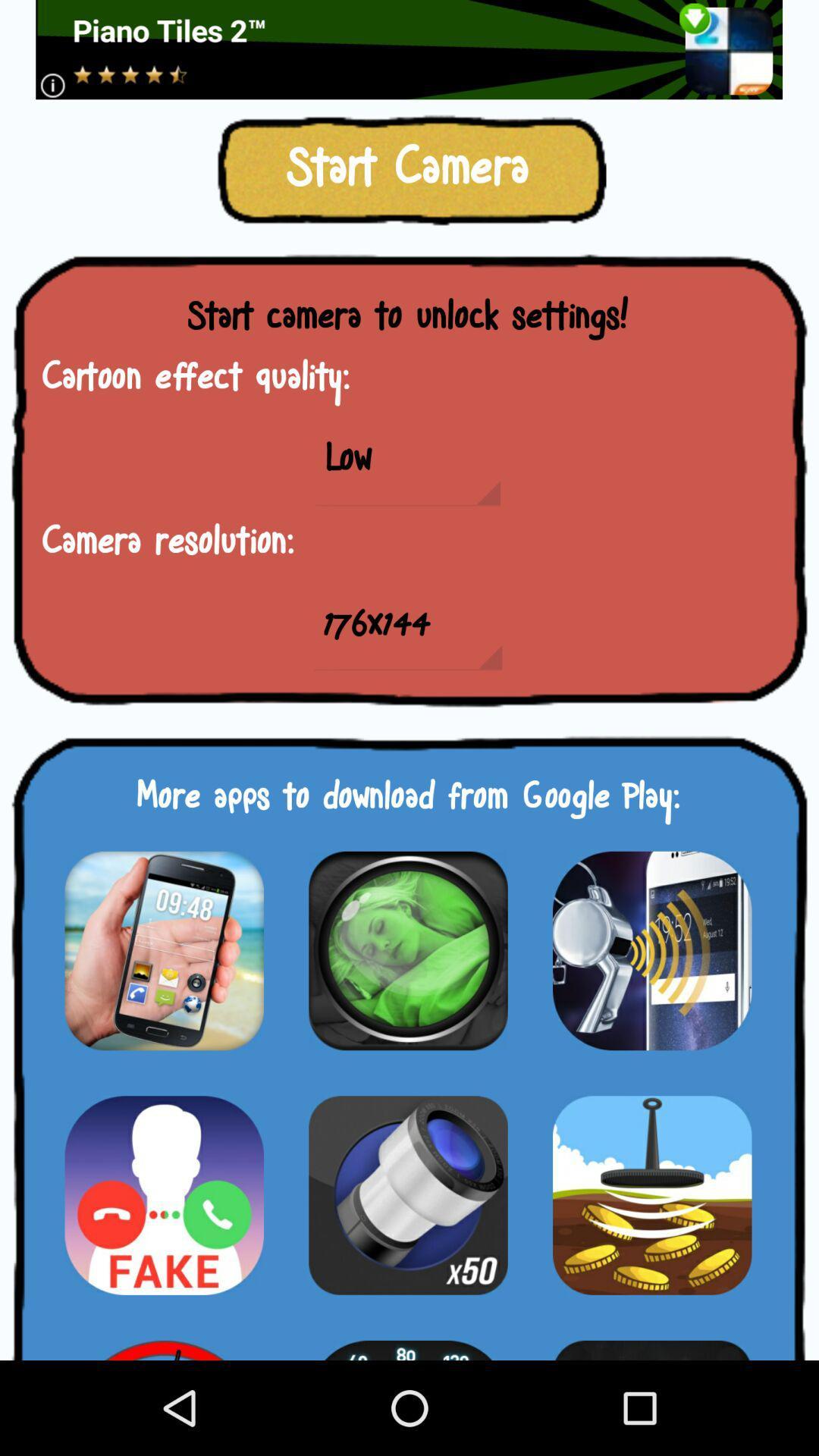 This screenshot has width=819, height=1456. I want to click on camera, so click(407, 1194).